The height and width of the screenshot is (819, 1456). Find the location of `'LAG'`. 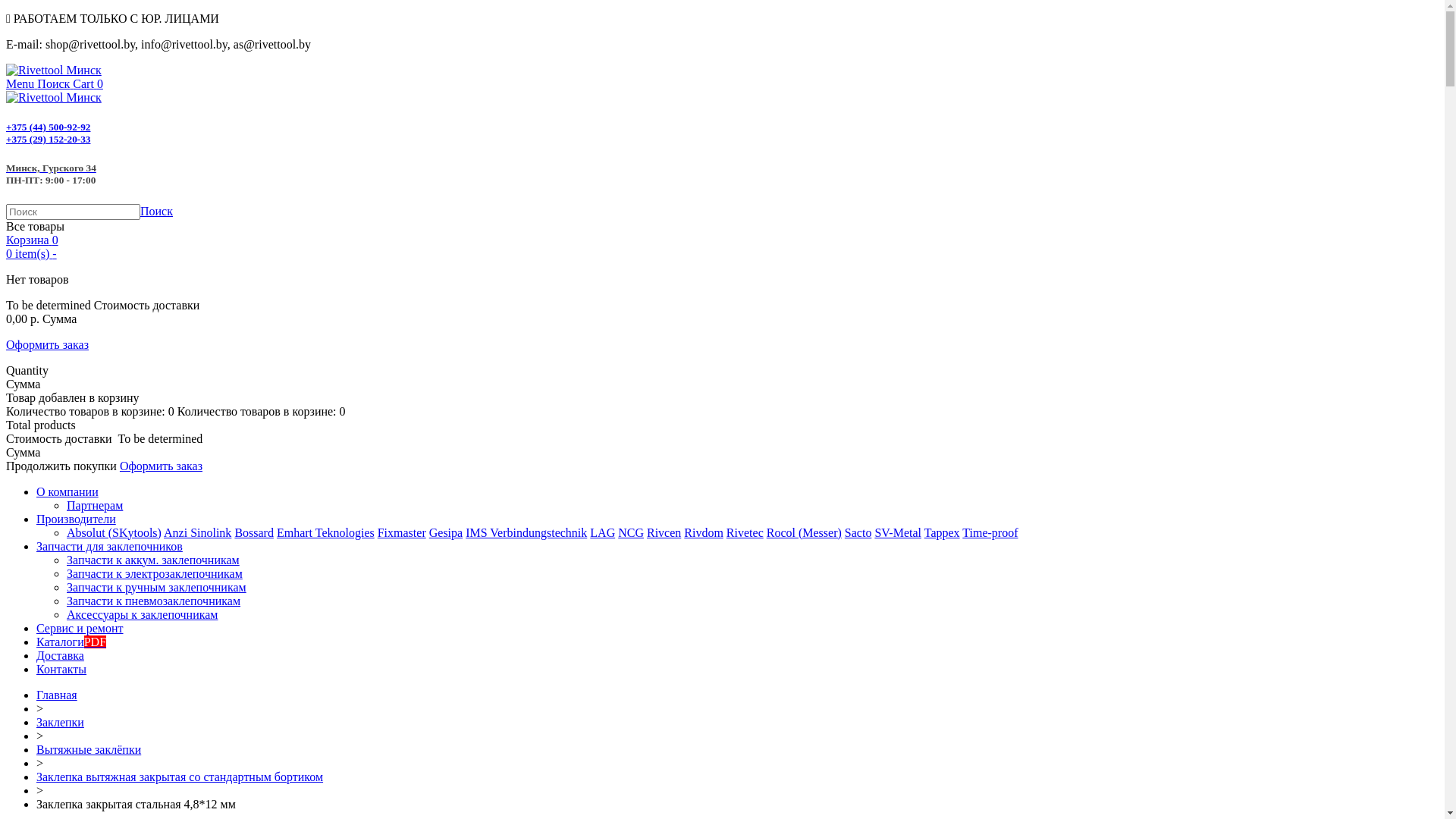

'LAG' is located at coordinates (601, 532).